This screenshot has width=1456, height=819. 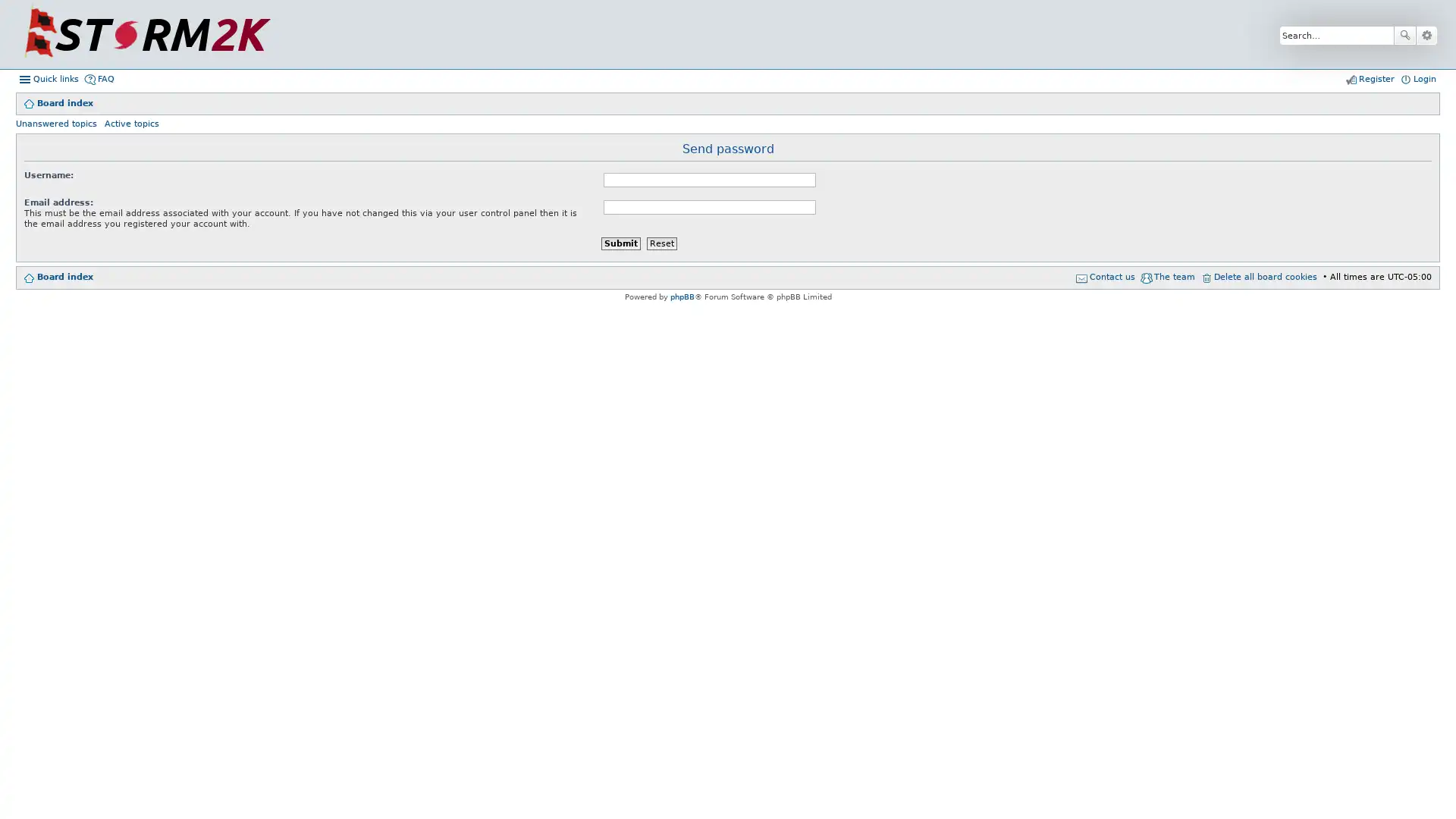 What do you see at coordinates (661, 243) in the screenshot?
I see `Reset` at bounding box center [661, 243].